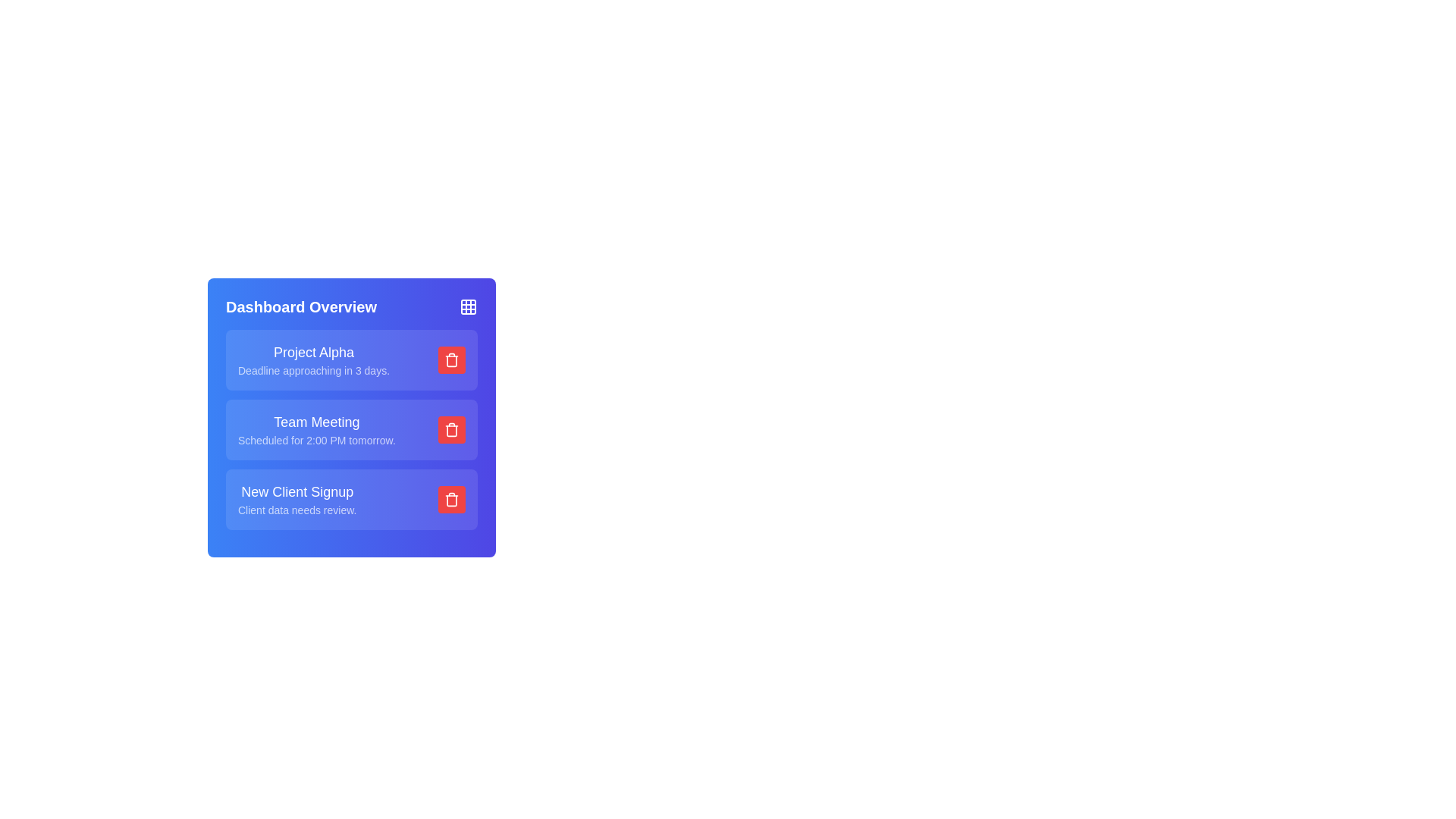  What do you see at coordinates (450, 430) in the screenshot?
I see `the square red button with a trash icon, which is the second delete button in a vertical list` at bounding box center [450, 430].